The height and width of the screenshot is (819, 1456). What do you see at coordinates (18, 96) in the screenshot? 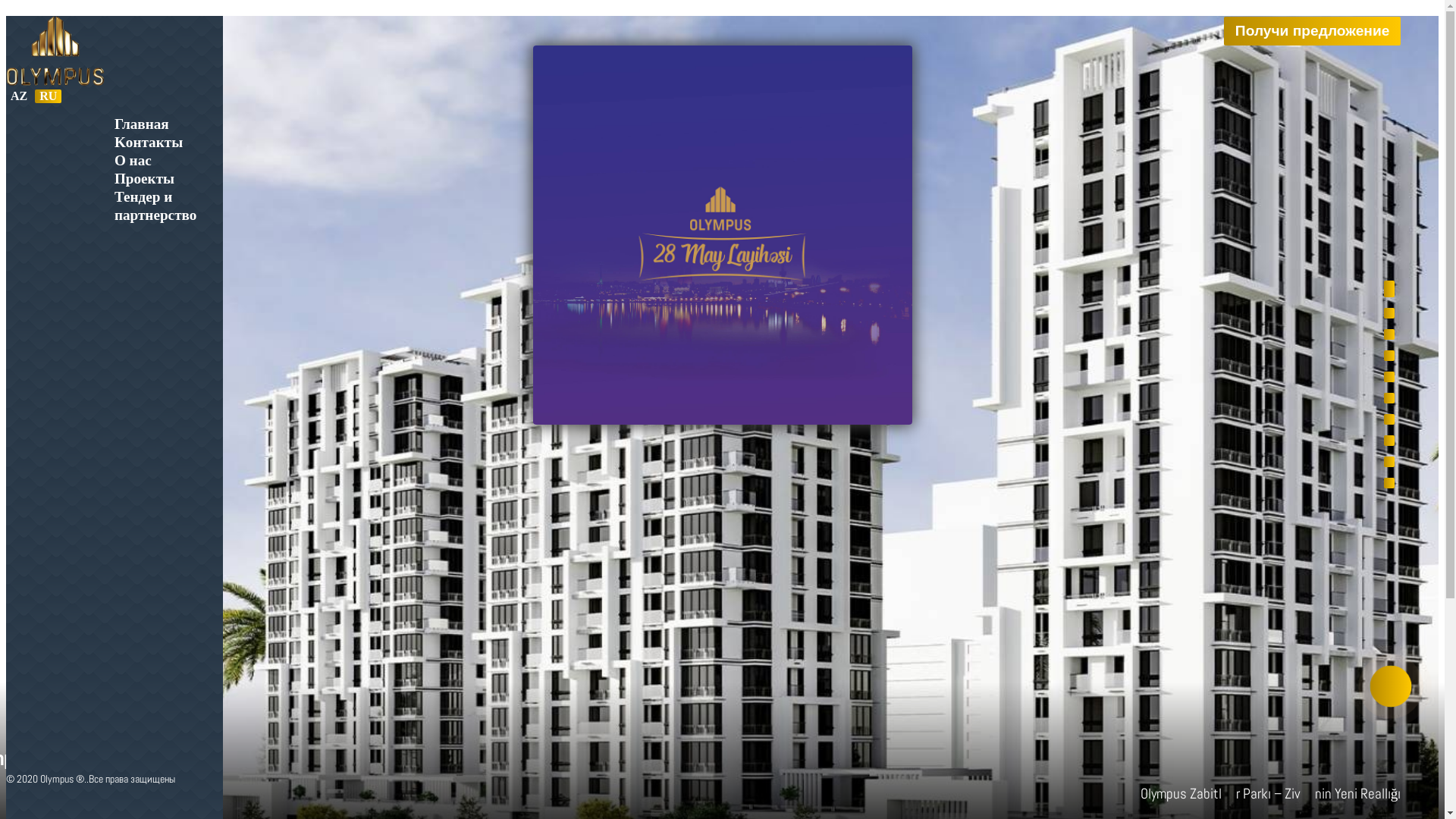
I see `'AZ'` at bounding box center [18, 96].